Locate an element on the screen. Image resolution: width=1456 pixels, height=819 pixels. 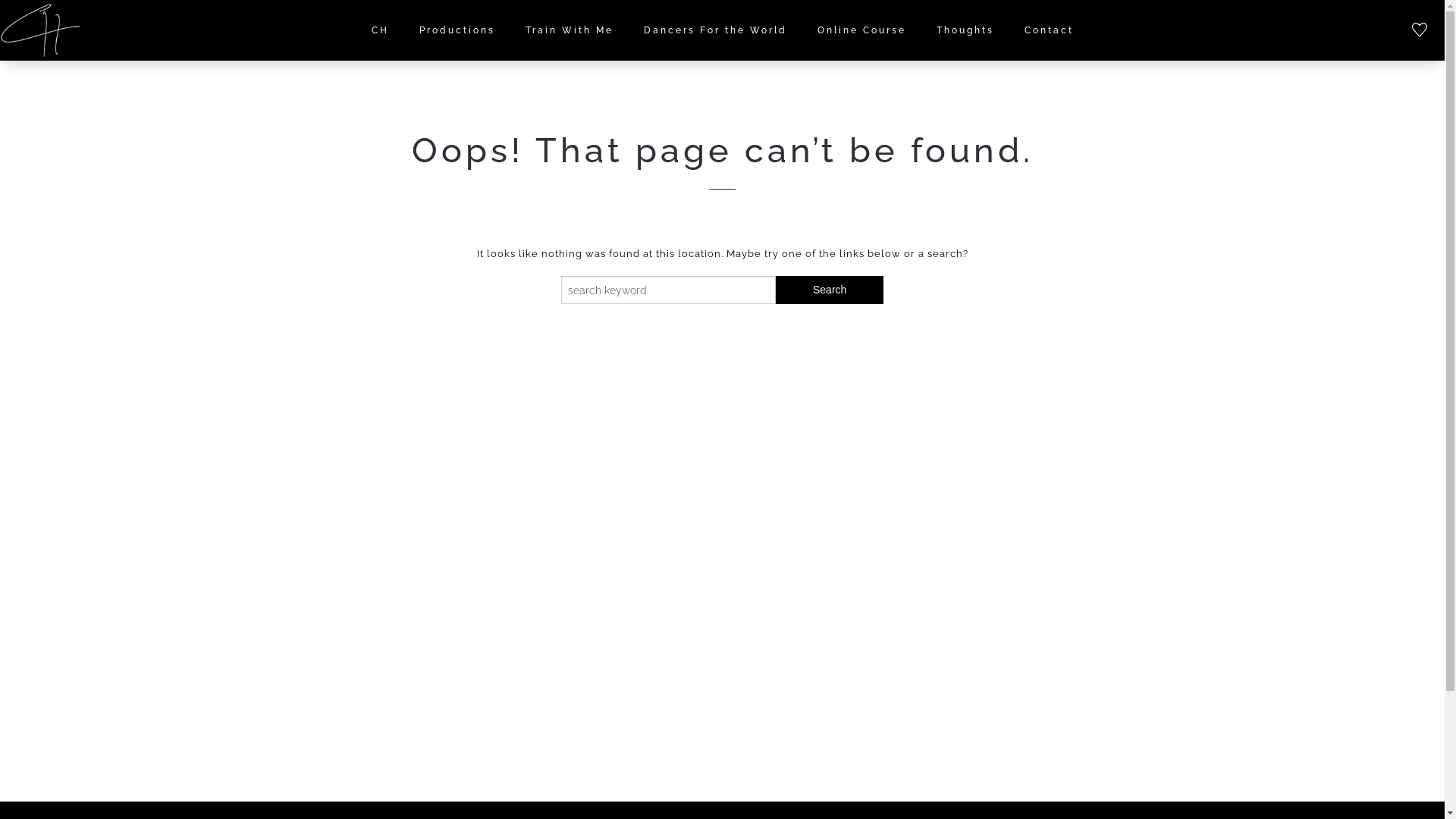
'Search' is located at coordinates (829, 290).